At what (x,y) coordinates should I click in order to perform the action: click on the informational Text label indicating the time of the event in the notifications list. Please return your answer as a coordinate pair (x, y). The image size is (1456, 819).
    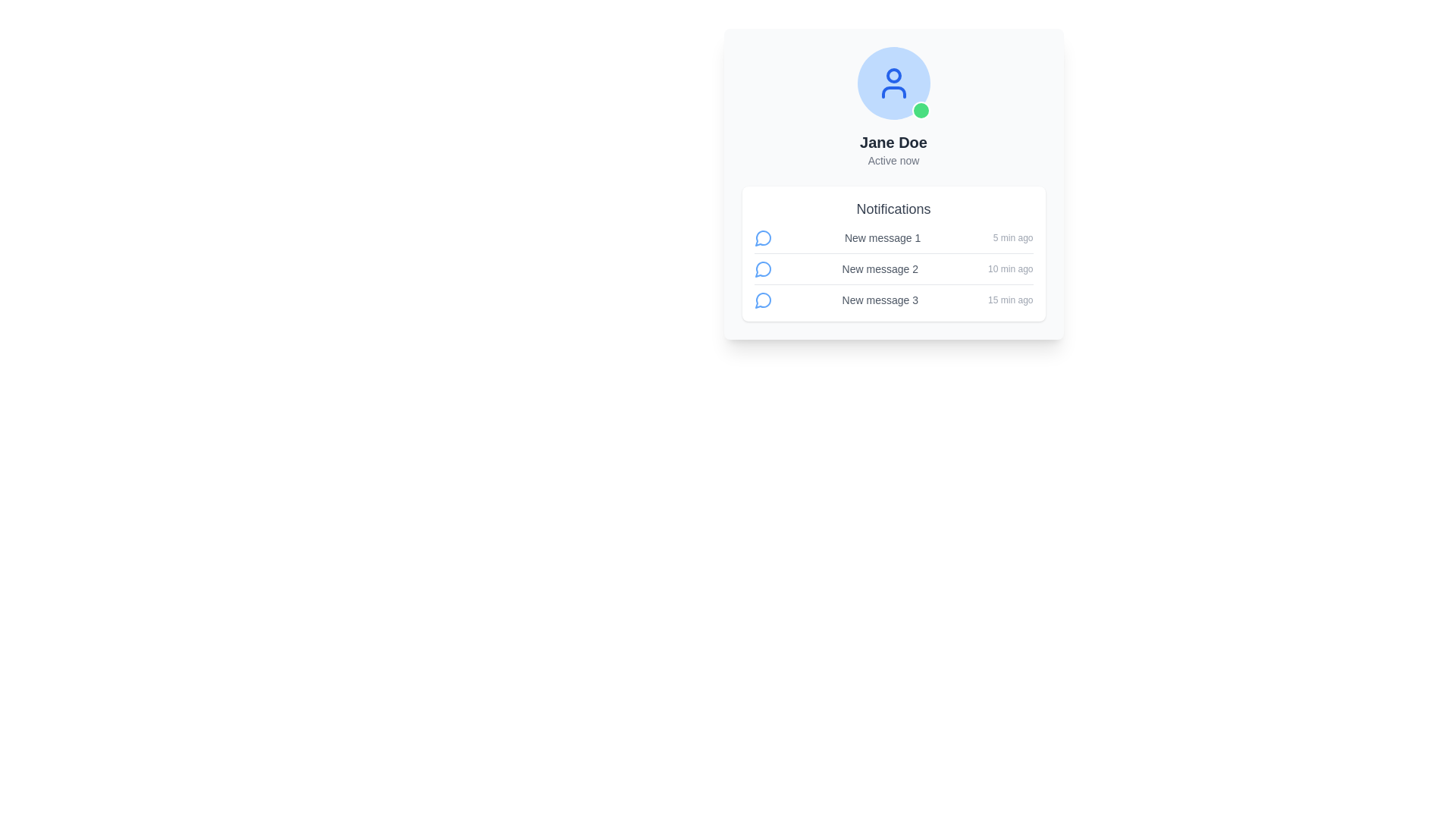
    Looking at the image, I should click on (1013, 237).